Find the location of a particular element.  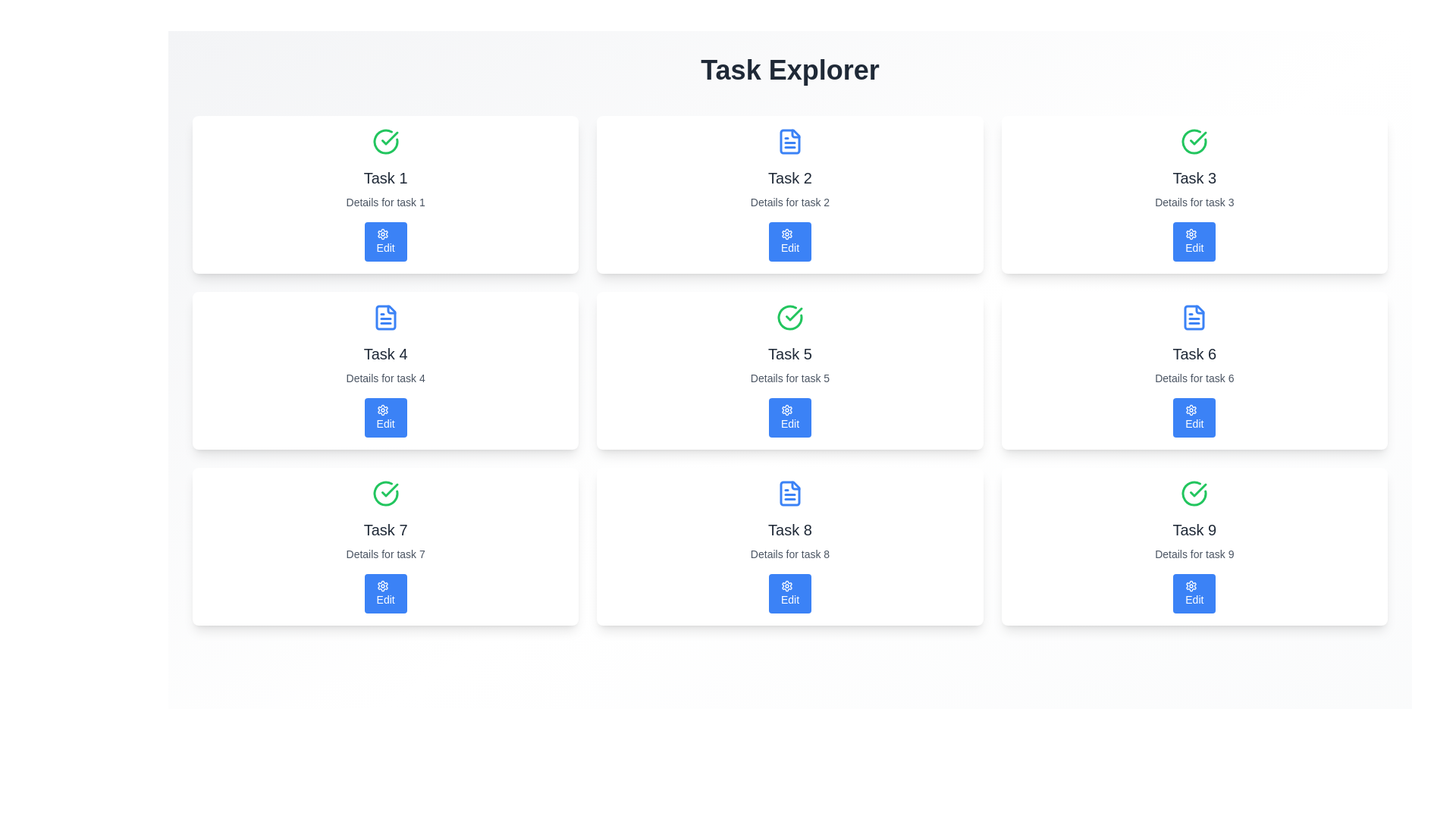

the graphical icon located in the top-left card of the grid layout, which indicates that the associated task has been completed or verified is located at coordinates (385, 141).